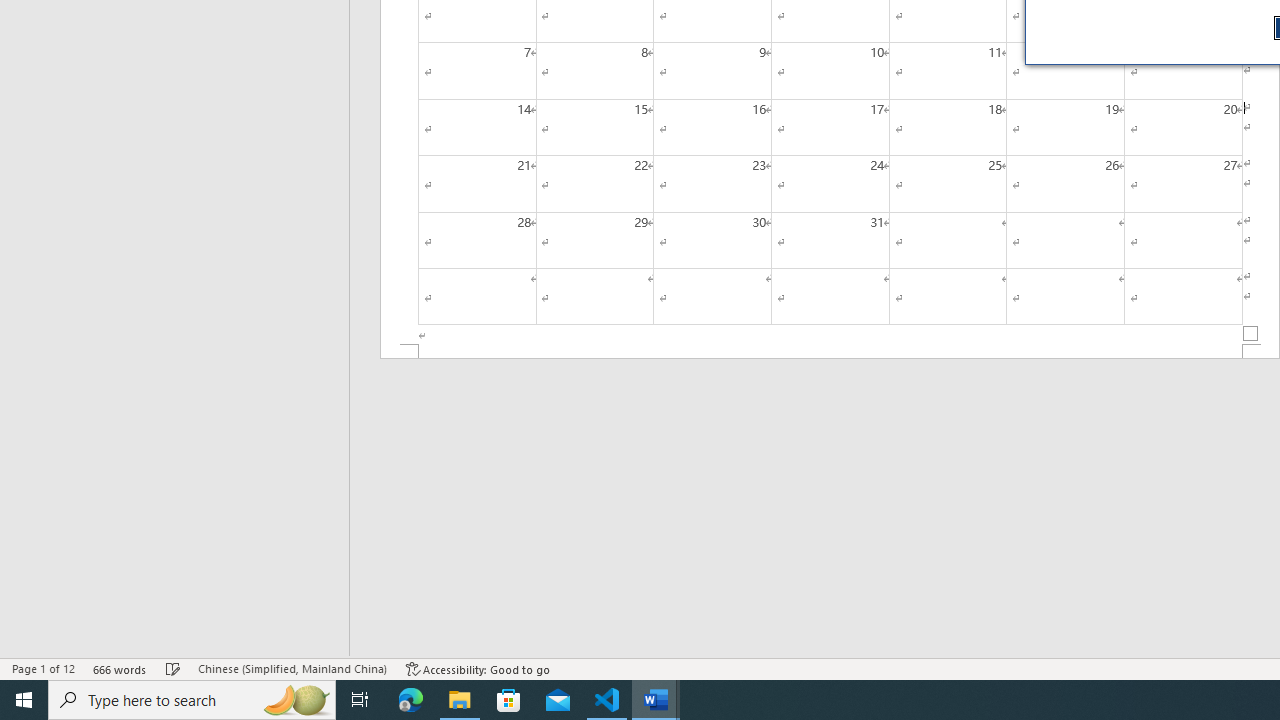 The height and width of the screenshot is (720, 1280). What do you see at coordinates (119, 669) in the screenshot?
I see `'Word Count 666 words'` at bounding box center [119, 669].